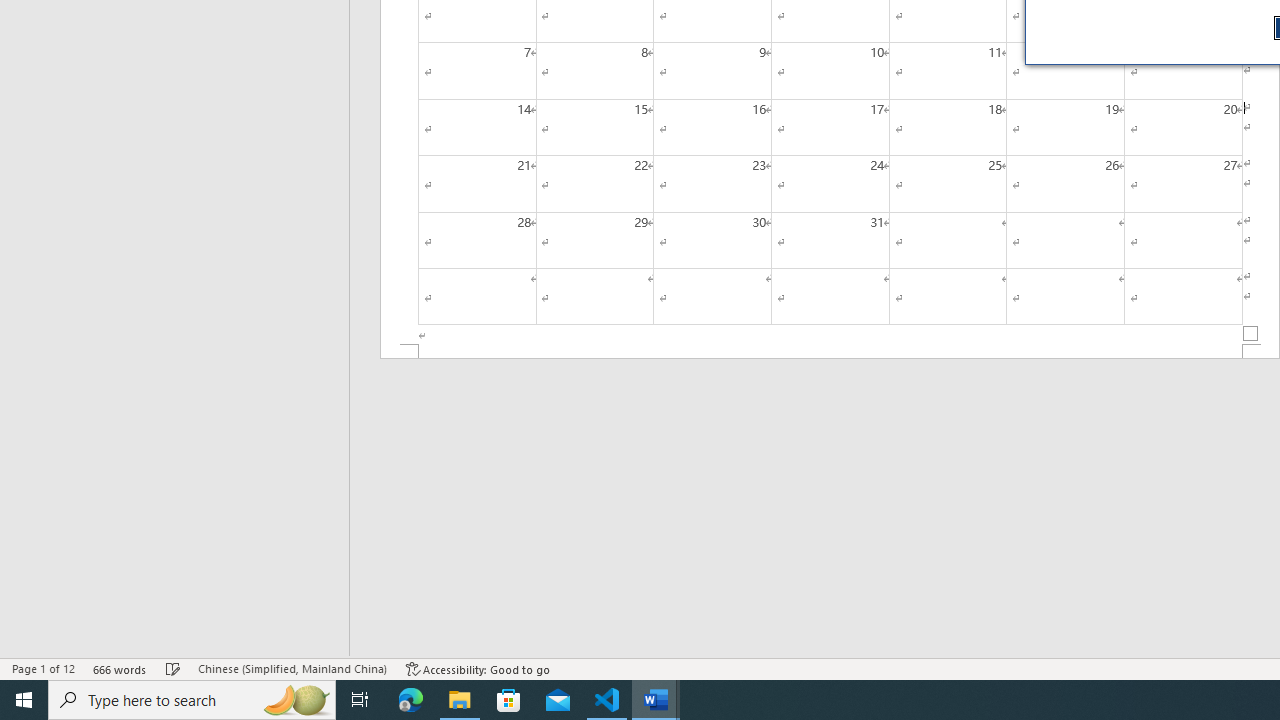 The height and width of the screenshot is (720, 1280). What do you see at coordinates (119, 669) in the screenshot?
I see `'Word Count 666 words'` at bounding box center [119, 669].